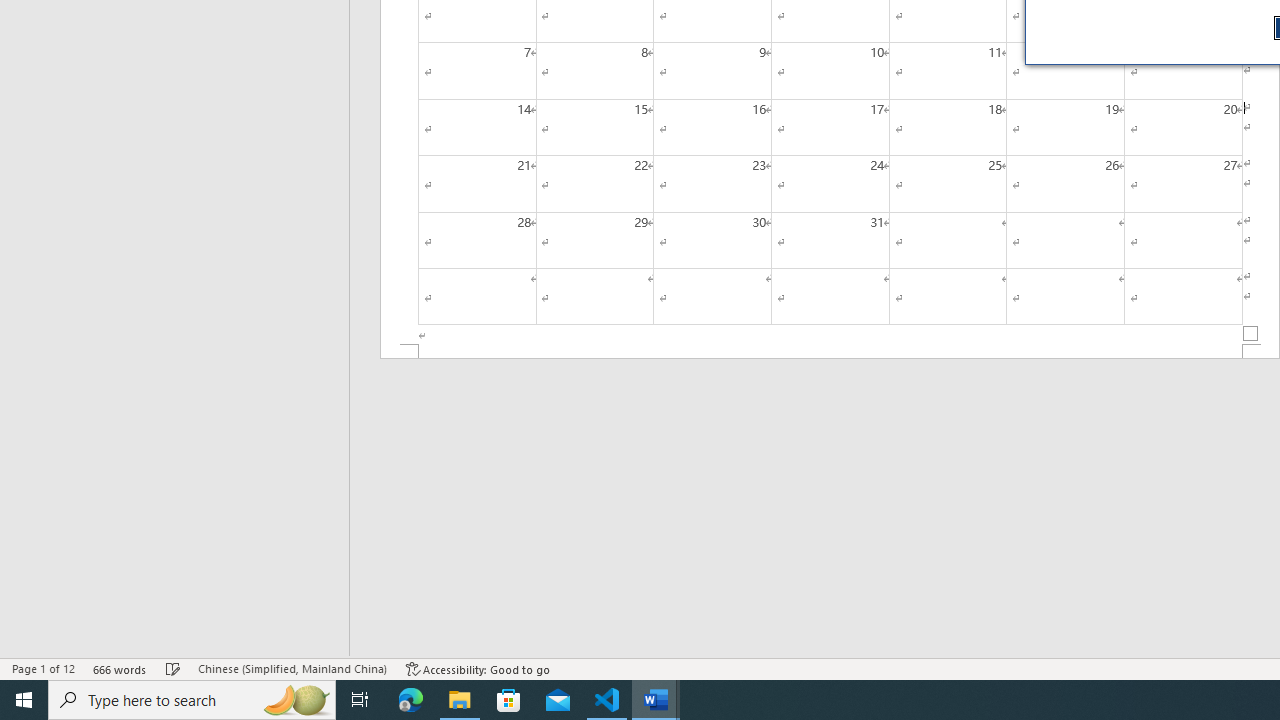 The height and width of the screenshot is (720, 1280). What do you see at coordinates (119, 669) in the screenshot?
I see `'Word Count 666 words'` at bounding box center [119, 669].